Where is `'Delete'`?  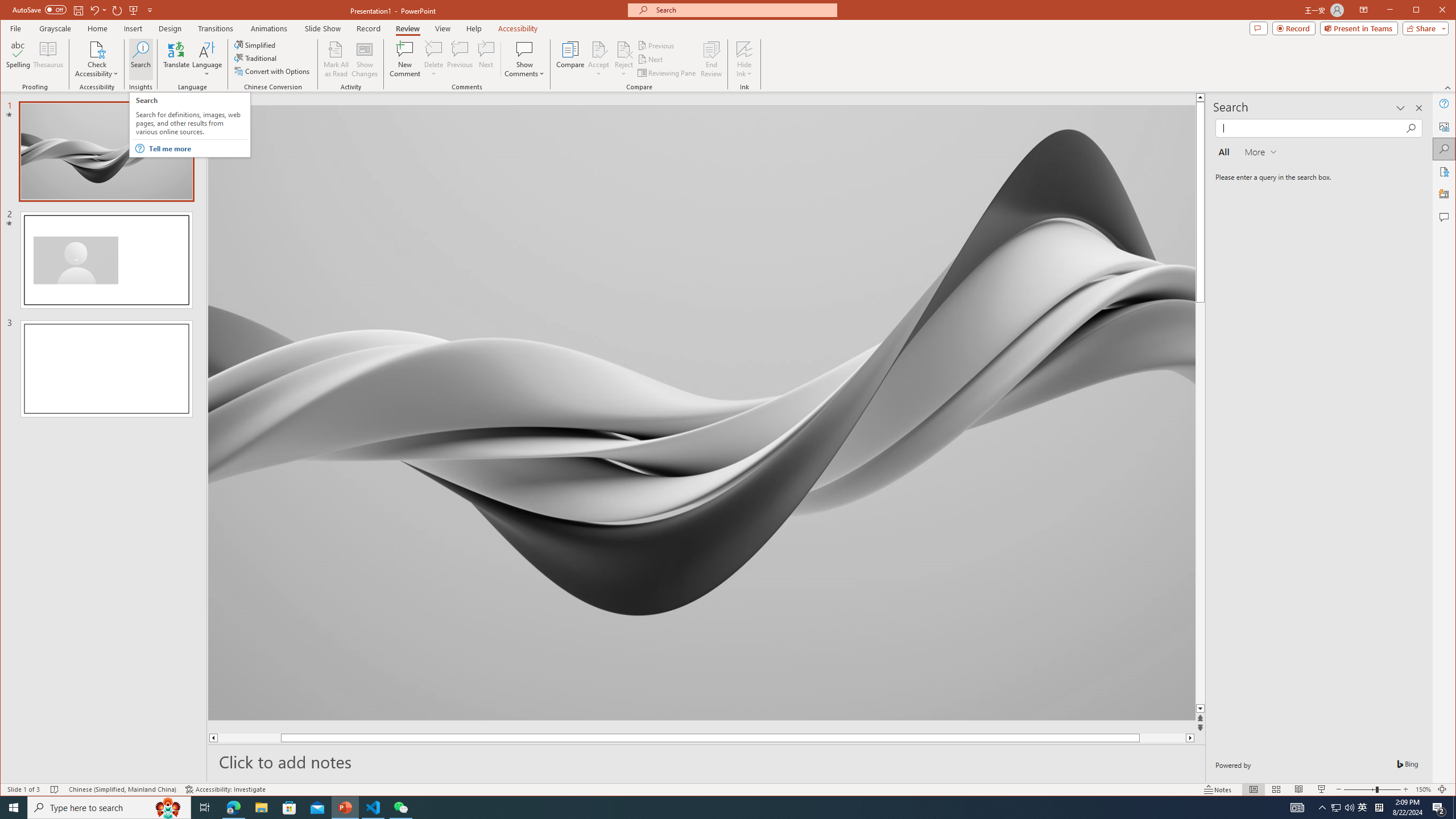
'Delete' is located at coordinates (433, 48).